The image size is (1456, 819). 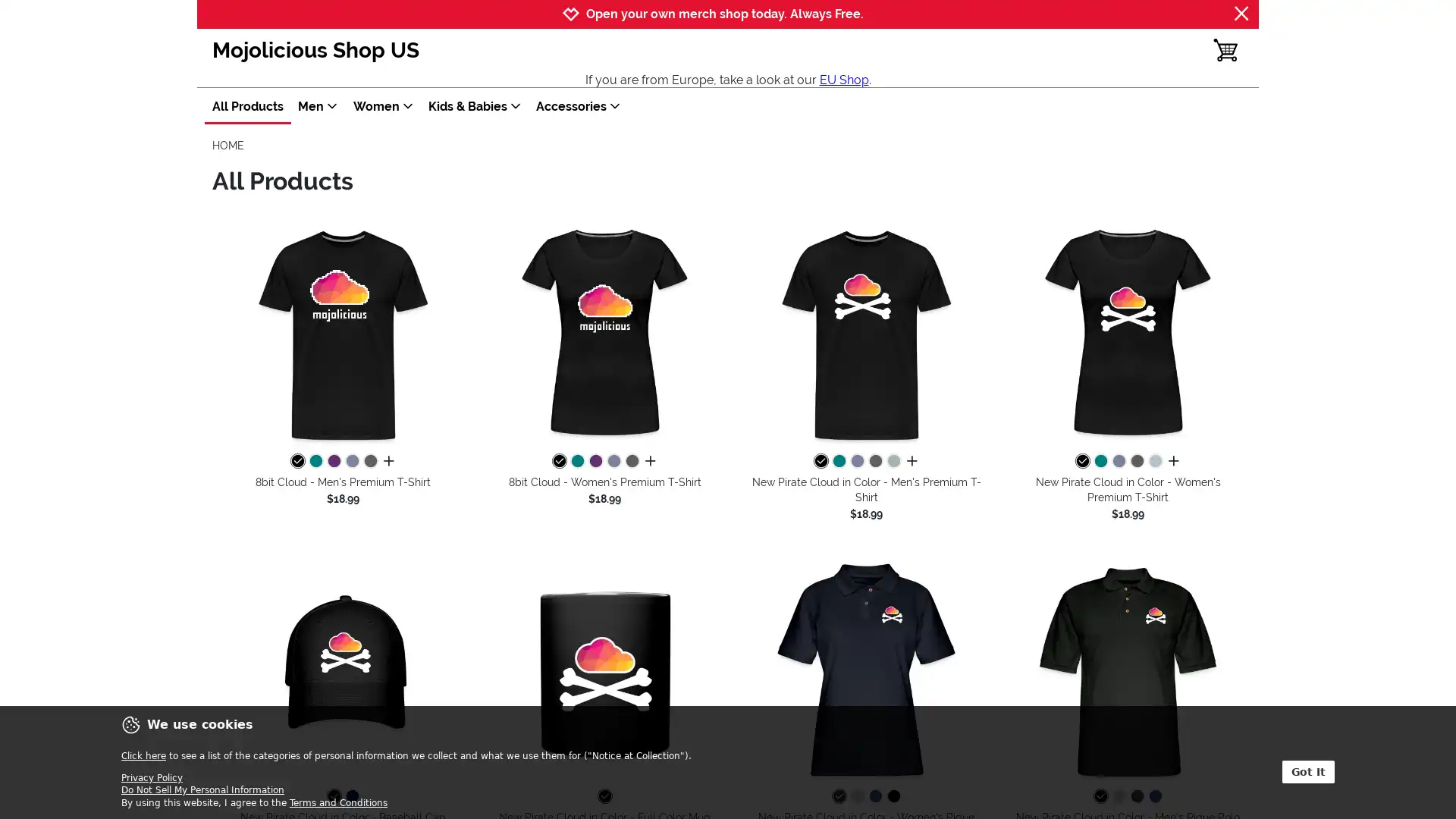 I want to click on black, so click(x=333, y=796).